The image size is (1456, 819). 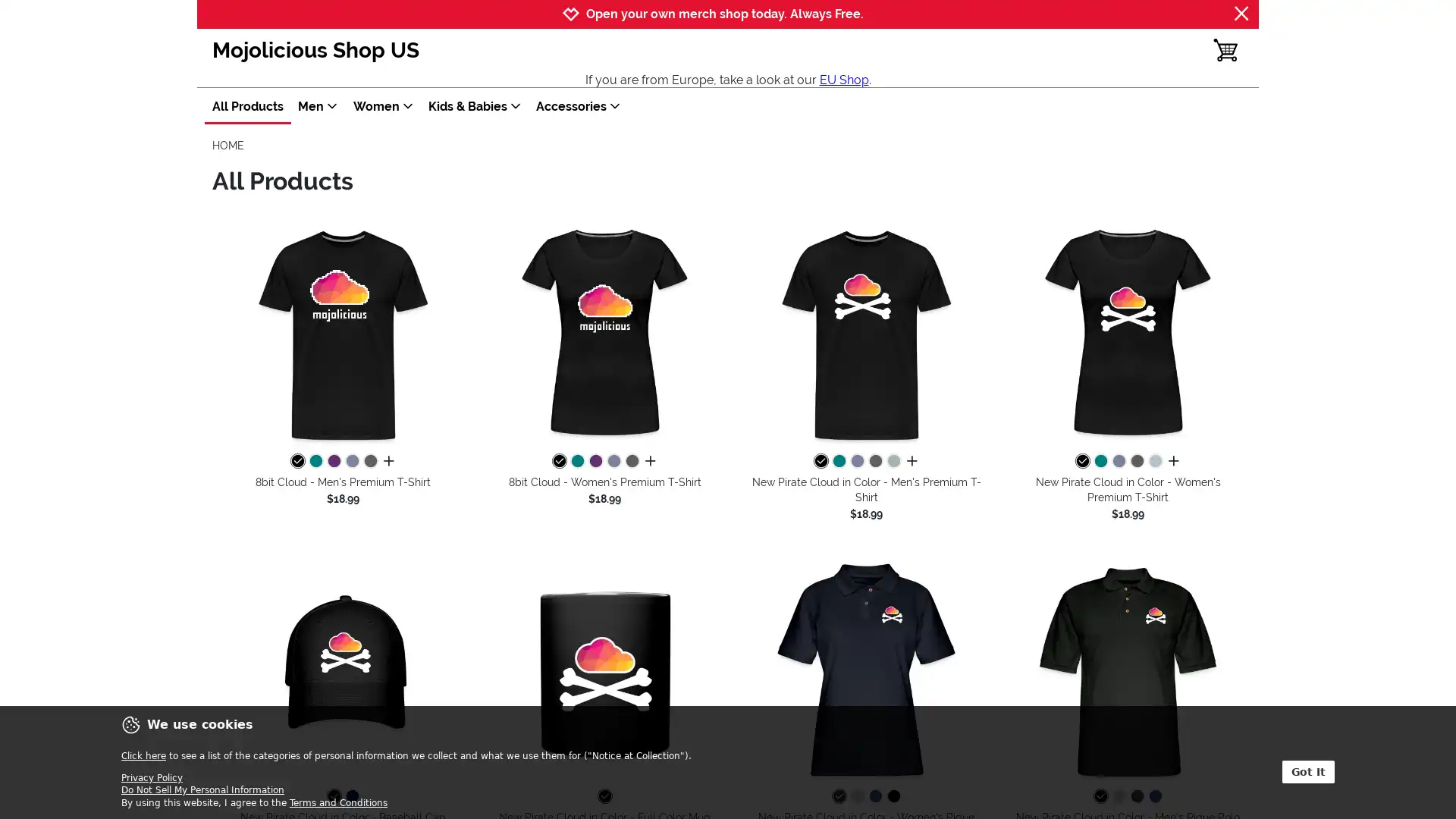 I want to click on black, so click(x=333, y=796).